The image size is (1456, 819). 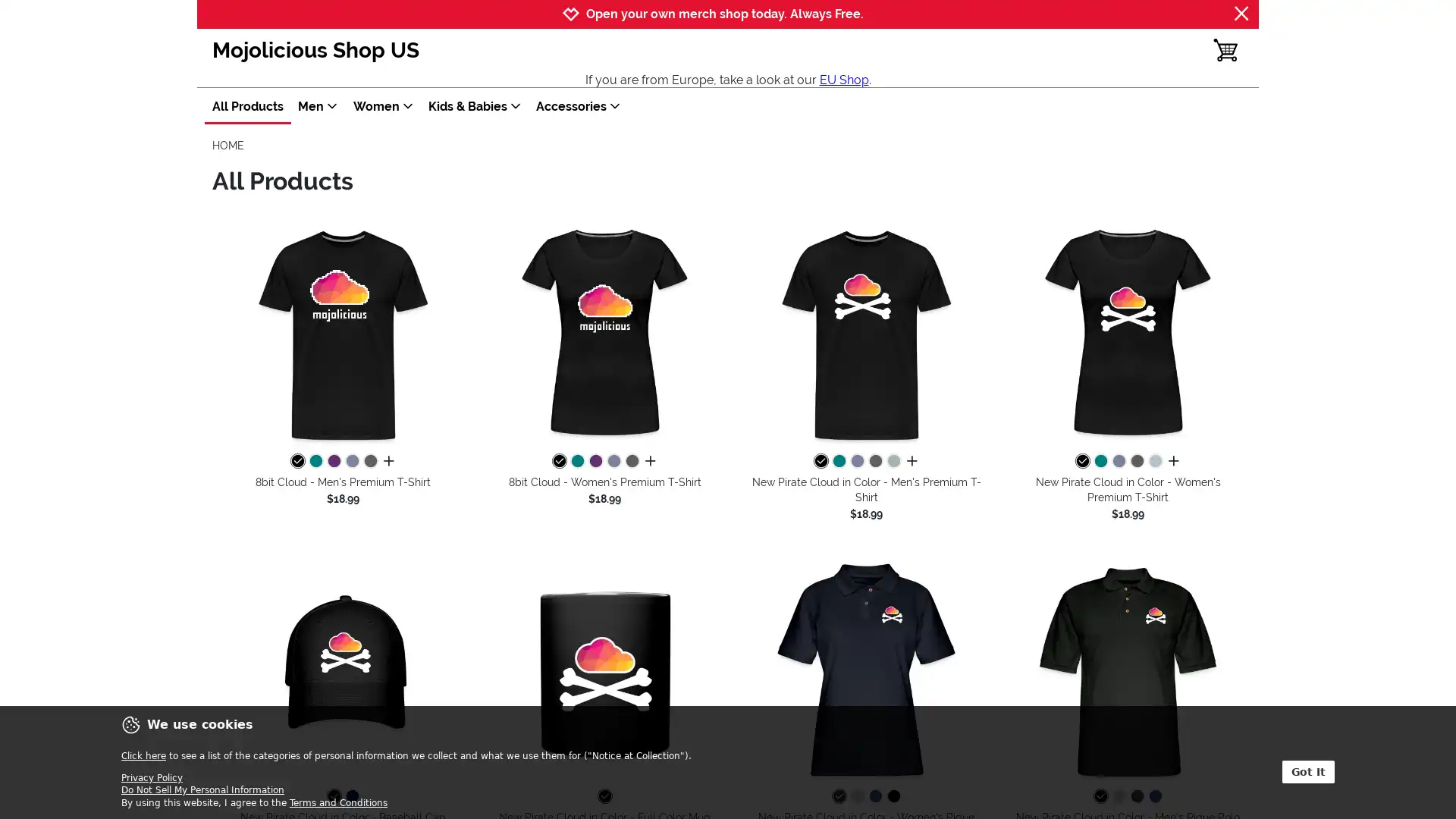 I want to click on black, so click(x=333, y=796).